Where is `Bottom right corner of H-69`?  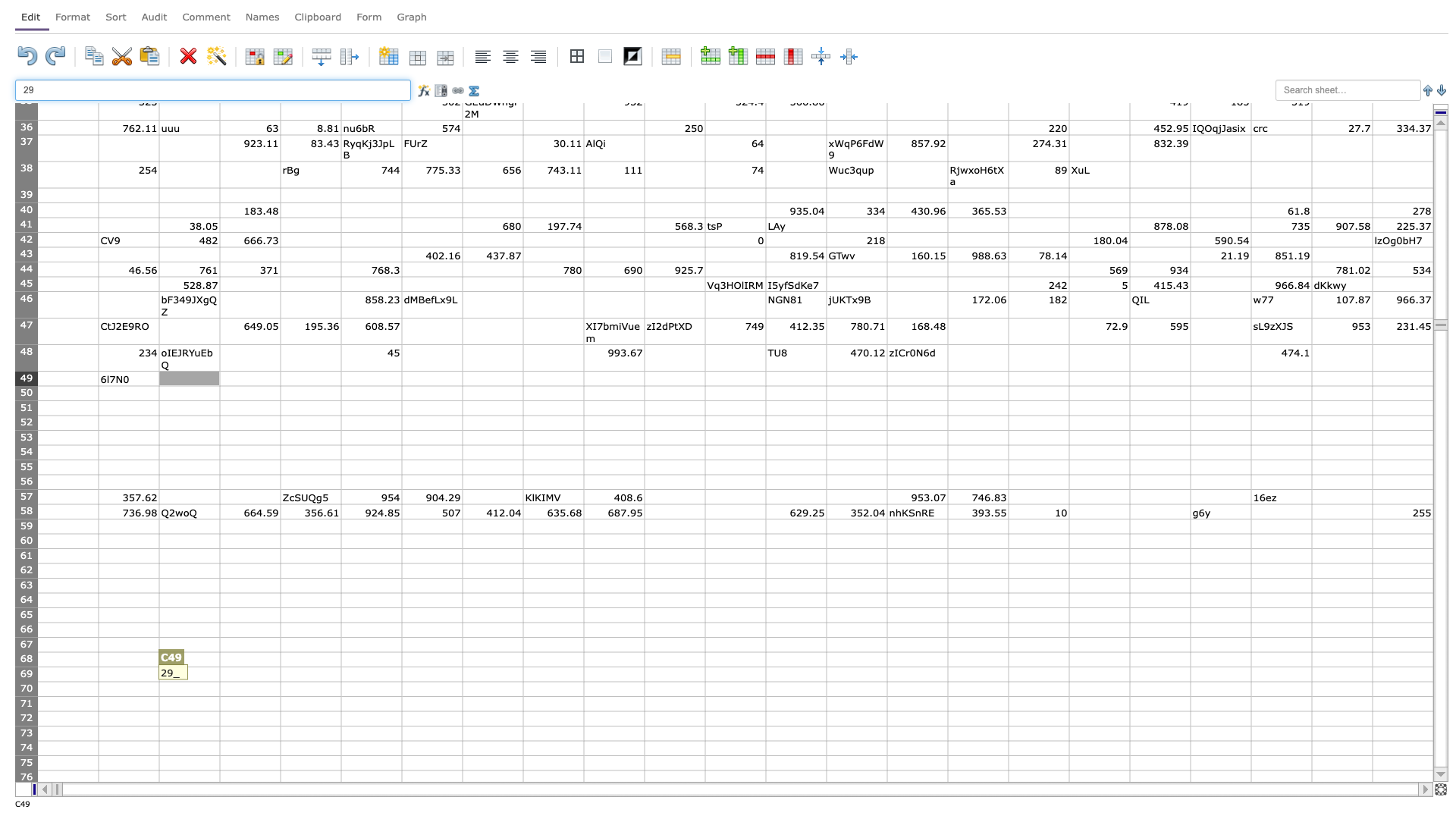 Bottom right corner of H-69 is located at coordinates (523, 680).